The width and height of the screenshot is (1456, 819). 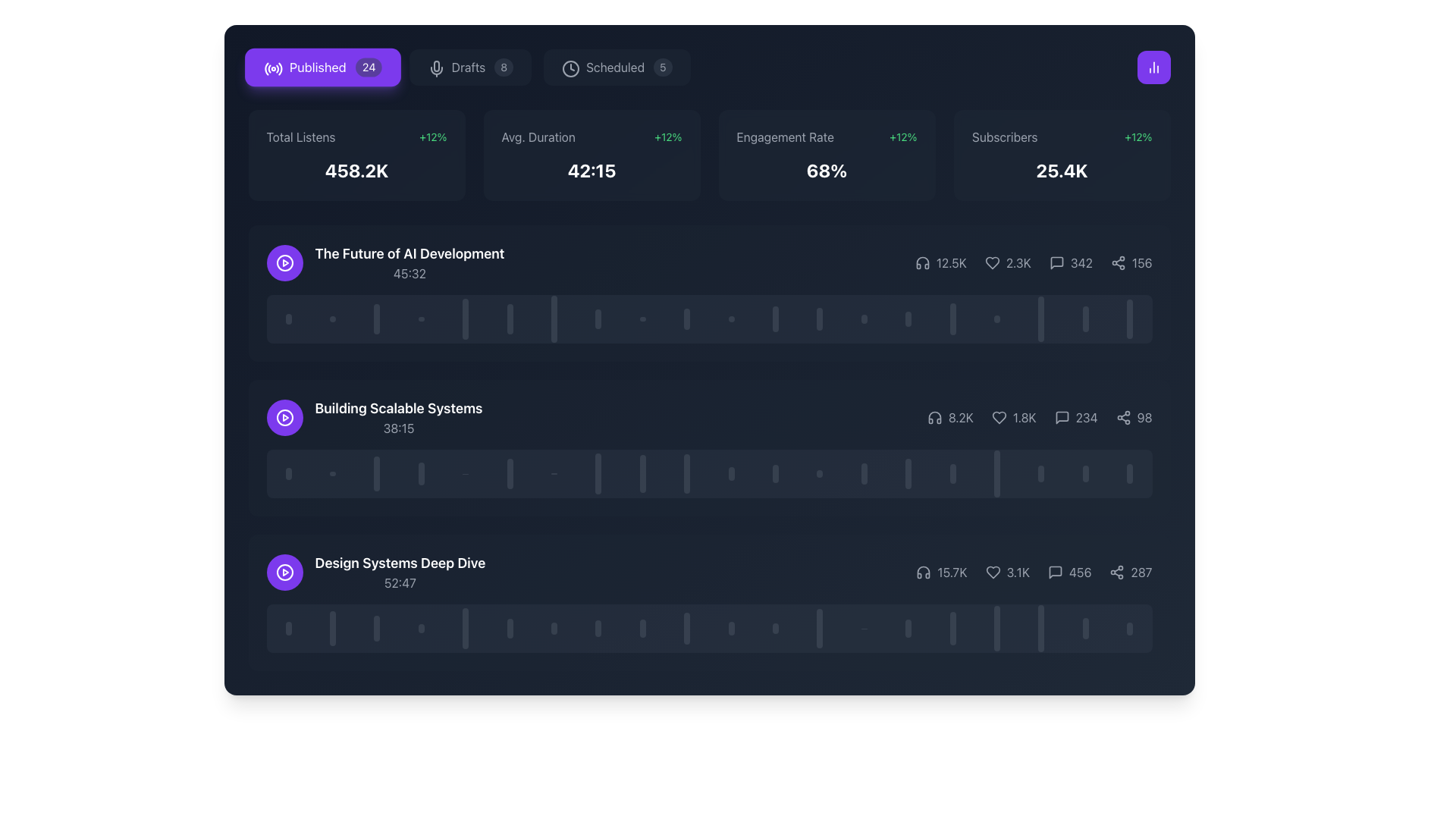 I want to click on the icon of the second media entry in the list, so click(x=375, y=418).